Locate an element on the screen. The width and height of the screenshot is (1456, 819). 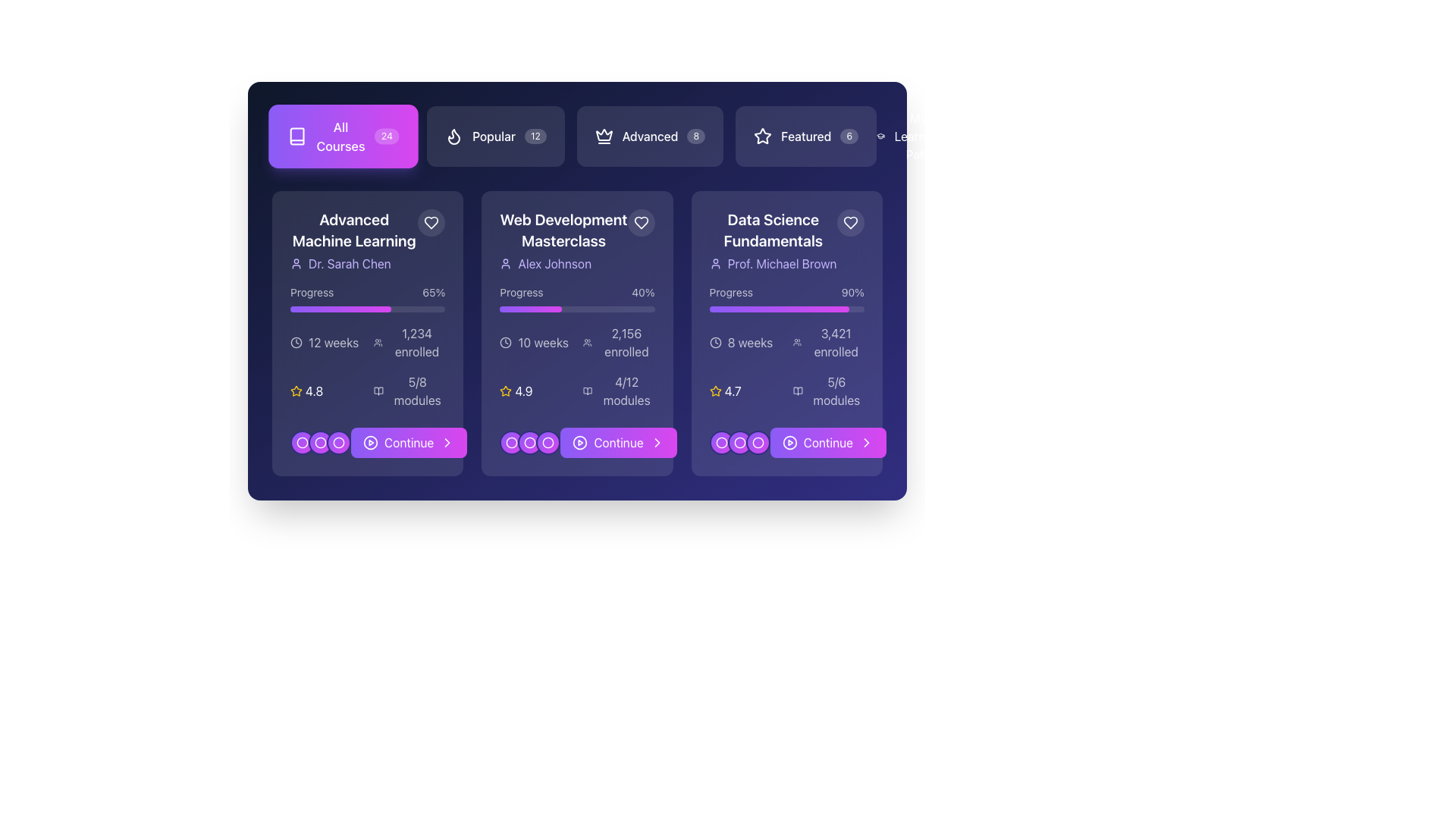
progress completion is located at coordinates (402, 309).